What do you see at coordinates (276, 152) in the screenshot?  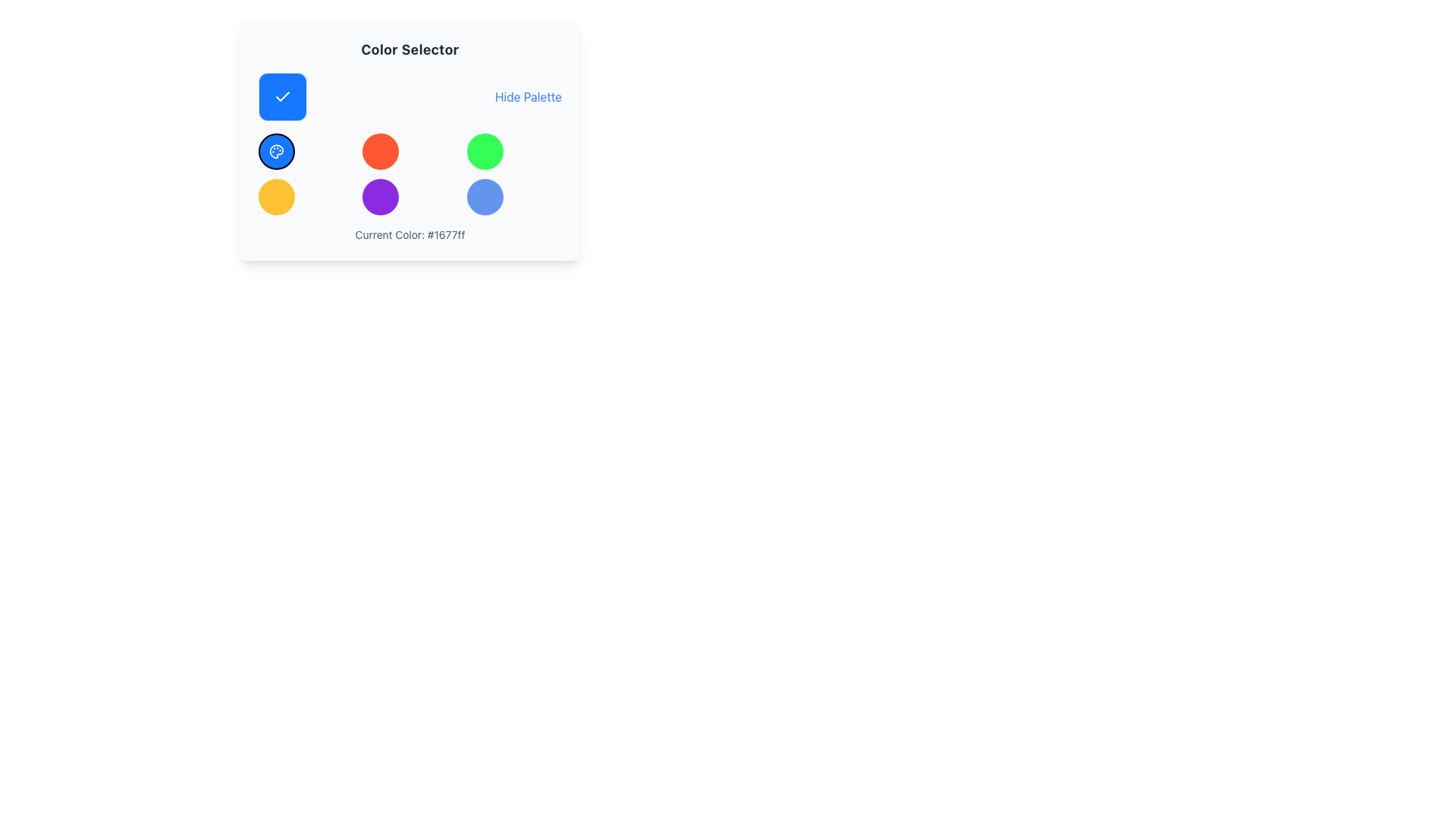 I see `the circular blue button with a black border and a white palette icon, located` at bounding box center [276, 152].